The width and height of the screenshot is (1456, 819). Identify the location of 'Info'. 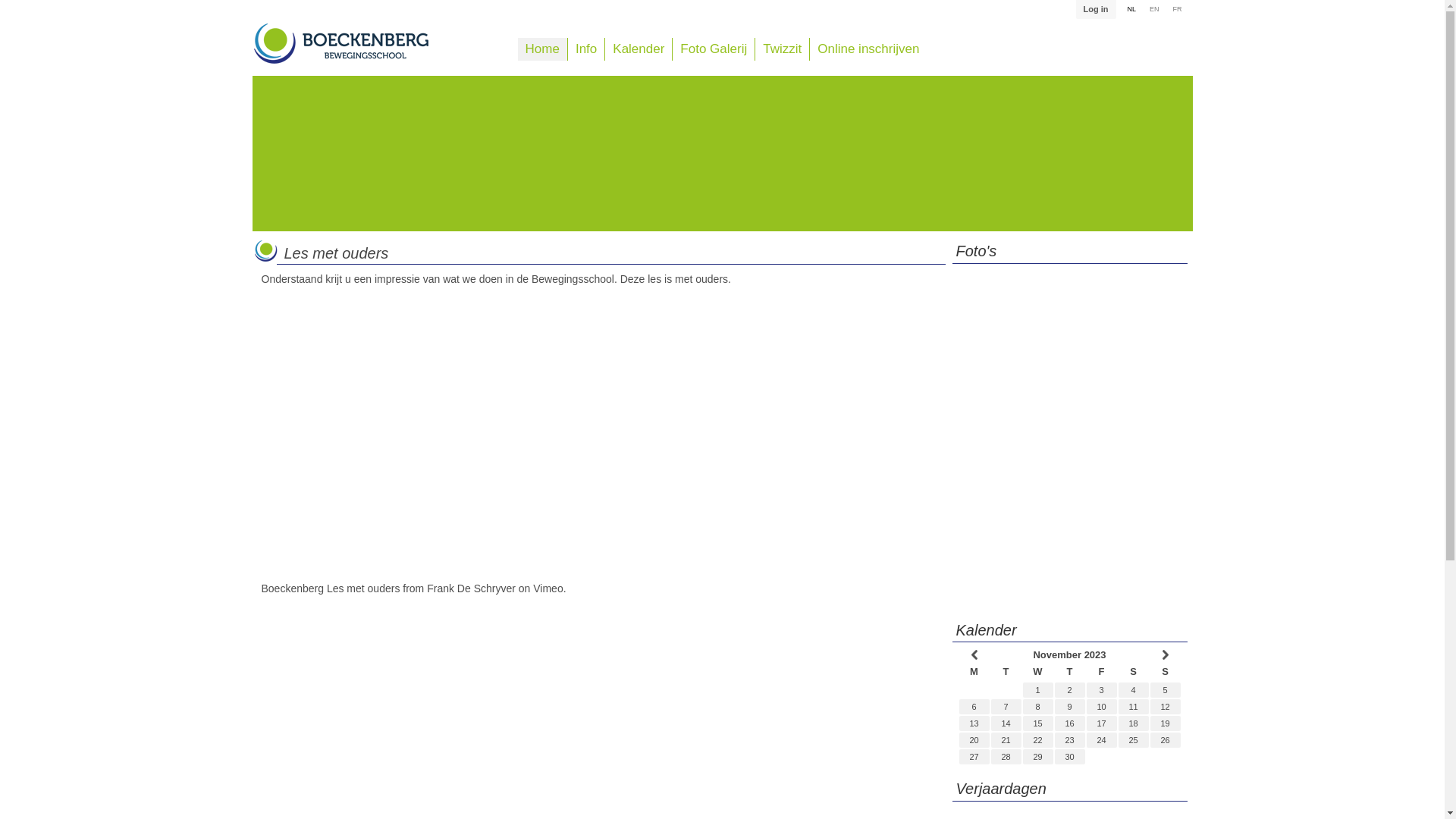
(585, 49).